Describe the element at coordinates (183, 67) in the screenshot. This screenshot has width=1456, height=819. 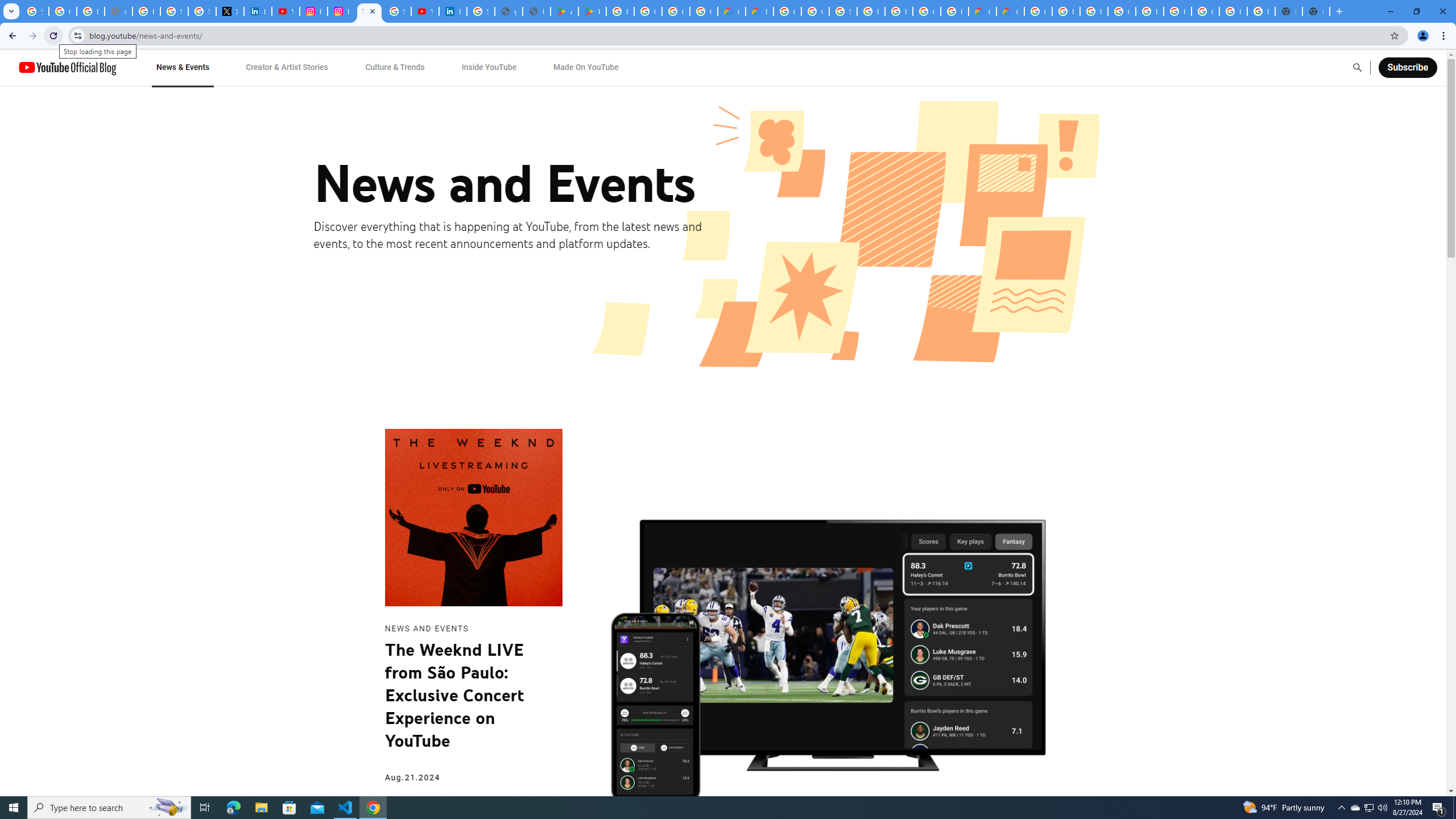
I see `'News & Events'` at that location.